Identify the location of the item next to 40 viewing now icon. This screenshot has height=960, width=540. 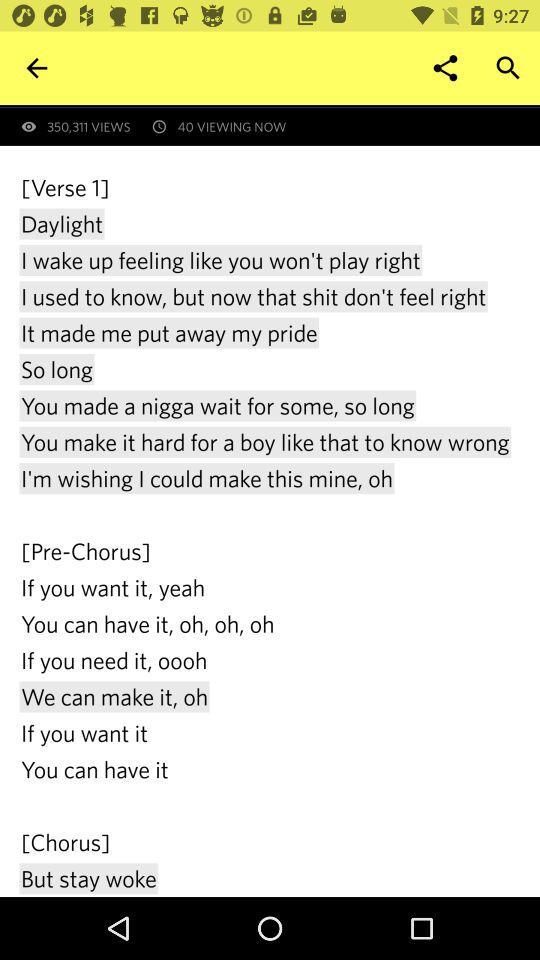
(36, 68).